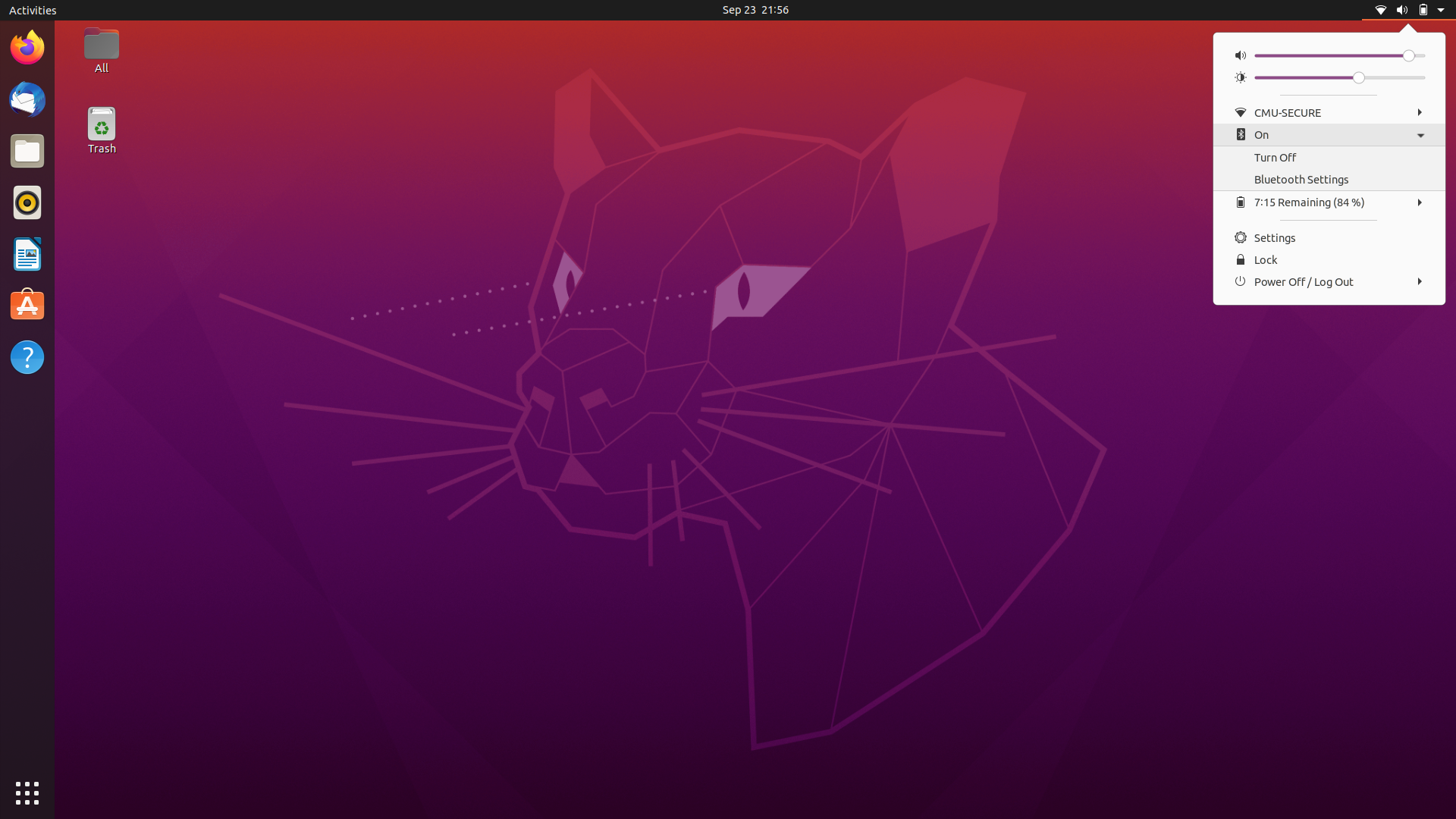 Image resolution: width=1456 pixels, height=819 pixels. Describe the element at coordinates (1327, 201) in the screenshot. I see `Battery Preferences` at that location.